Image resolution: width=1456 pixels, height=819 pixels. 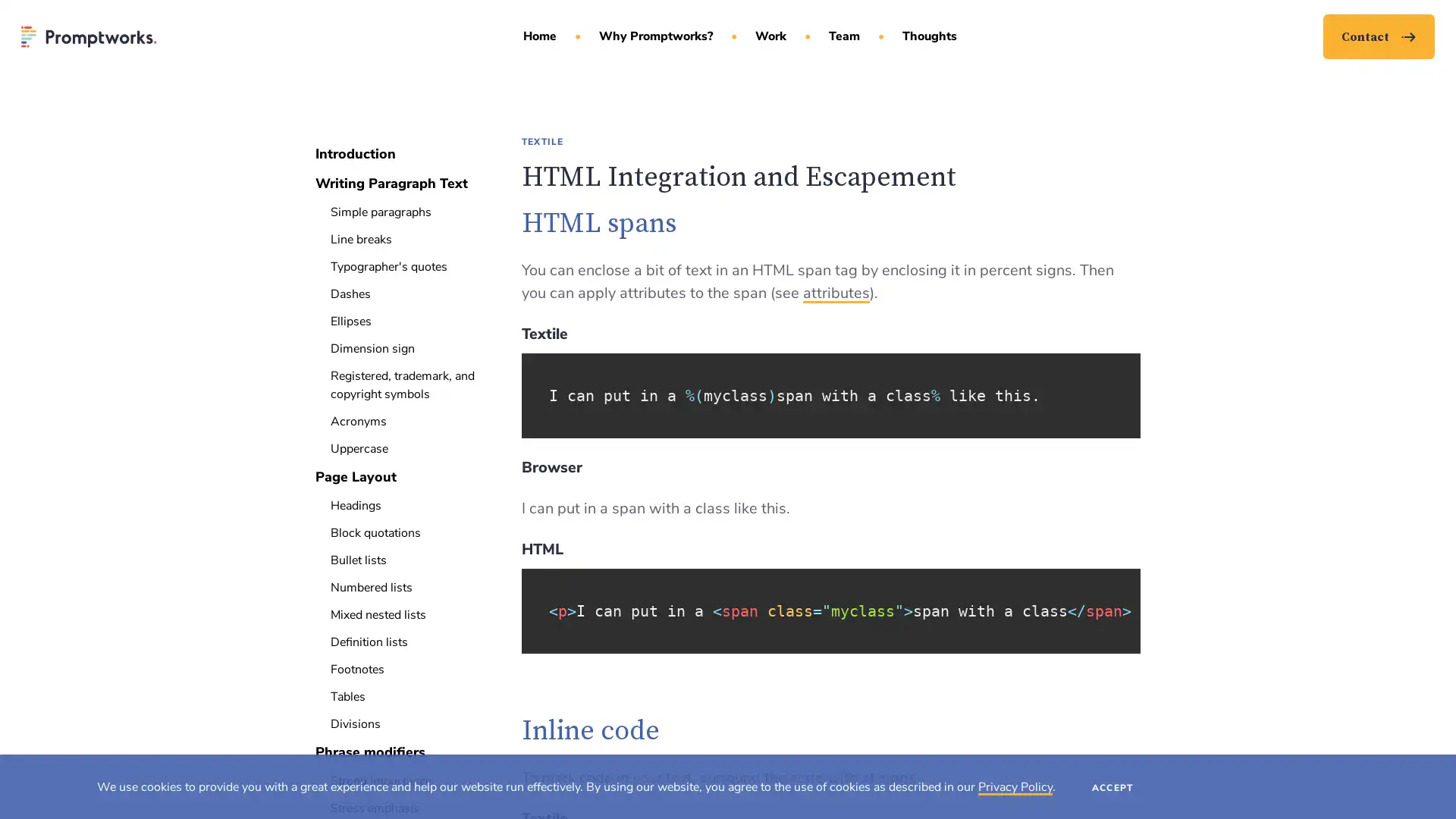 I want to click on ACCEPT, so click(x=1112, y=786).